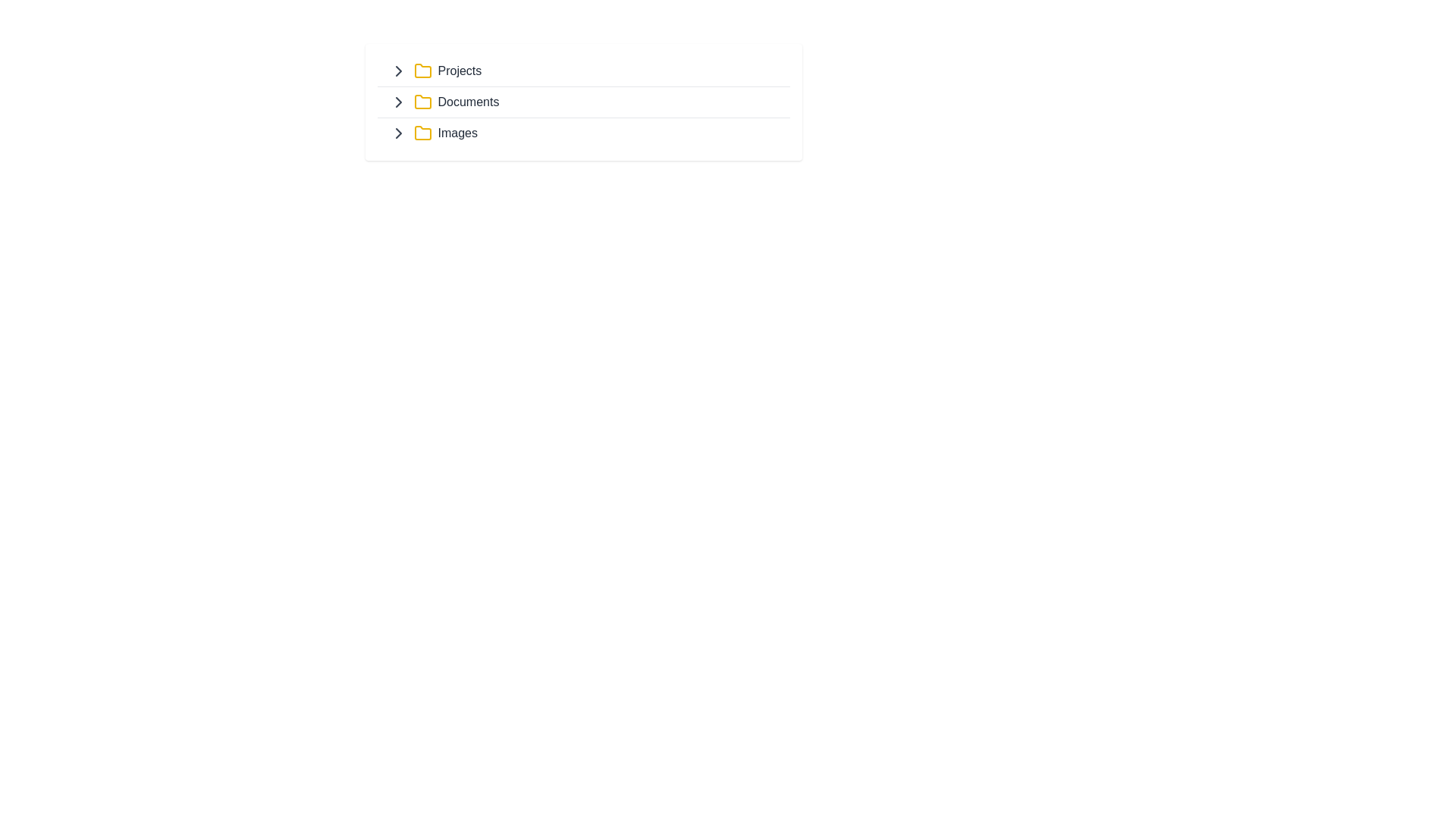 The width and height of the screenshot is (1456, 819). Describe the element at coordinates (582, 102) in the screenshot. I see `the selectable folder labeled 'Documents' in the vertical list` at that location.